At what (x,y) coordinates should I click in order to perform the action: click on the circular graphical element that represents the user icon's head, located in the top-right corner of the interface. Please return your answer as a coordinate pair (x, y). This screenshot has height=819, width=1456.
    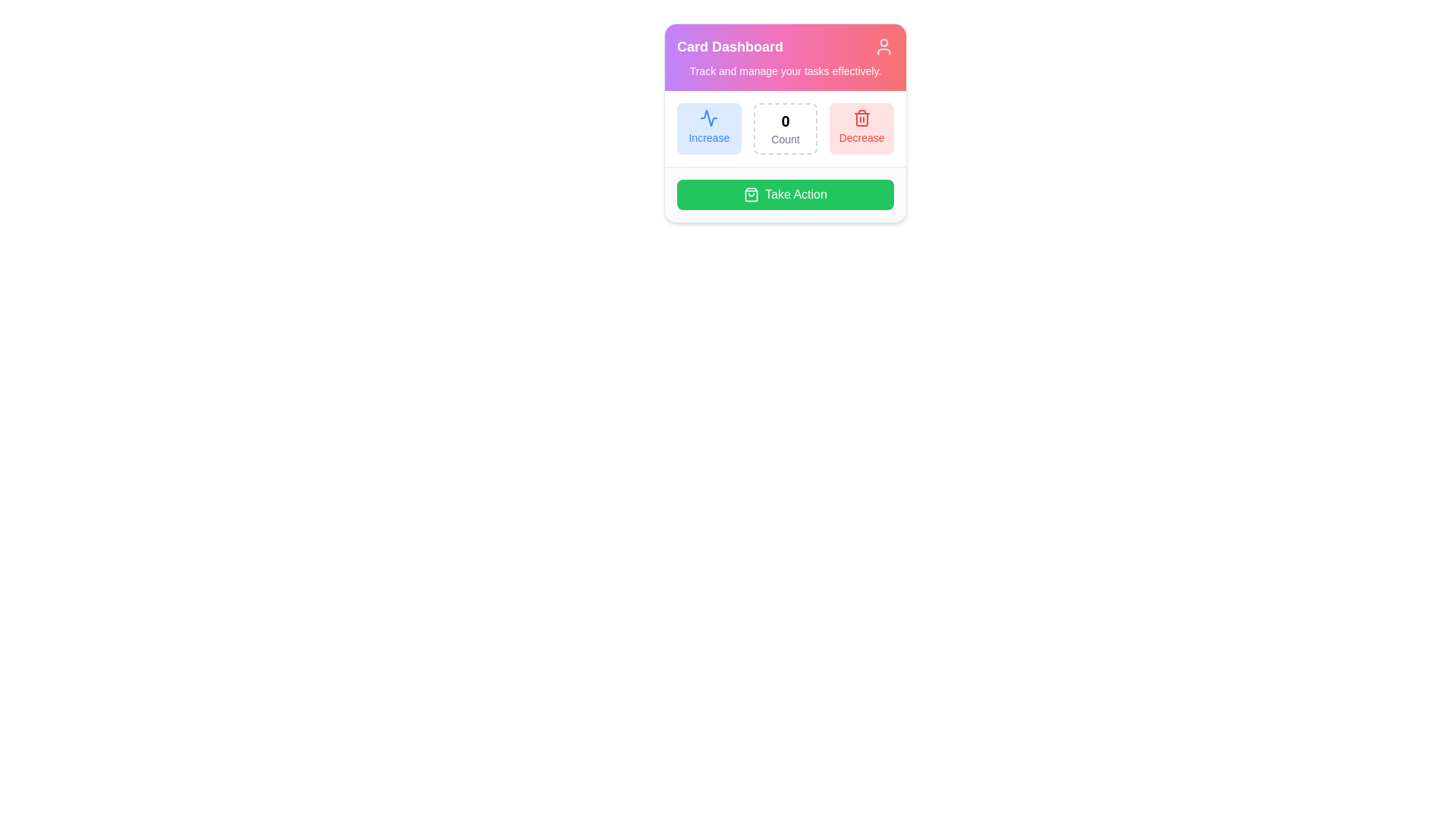
    Looking at the image, I should click on (884, 42).